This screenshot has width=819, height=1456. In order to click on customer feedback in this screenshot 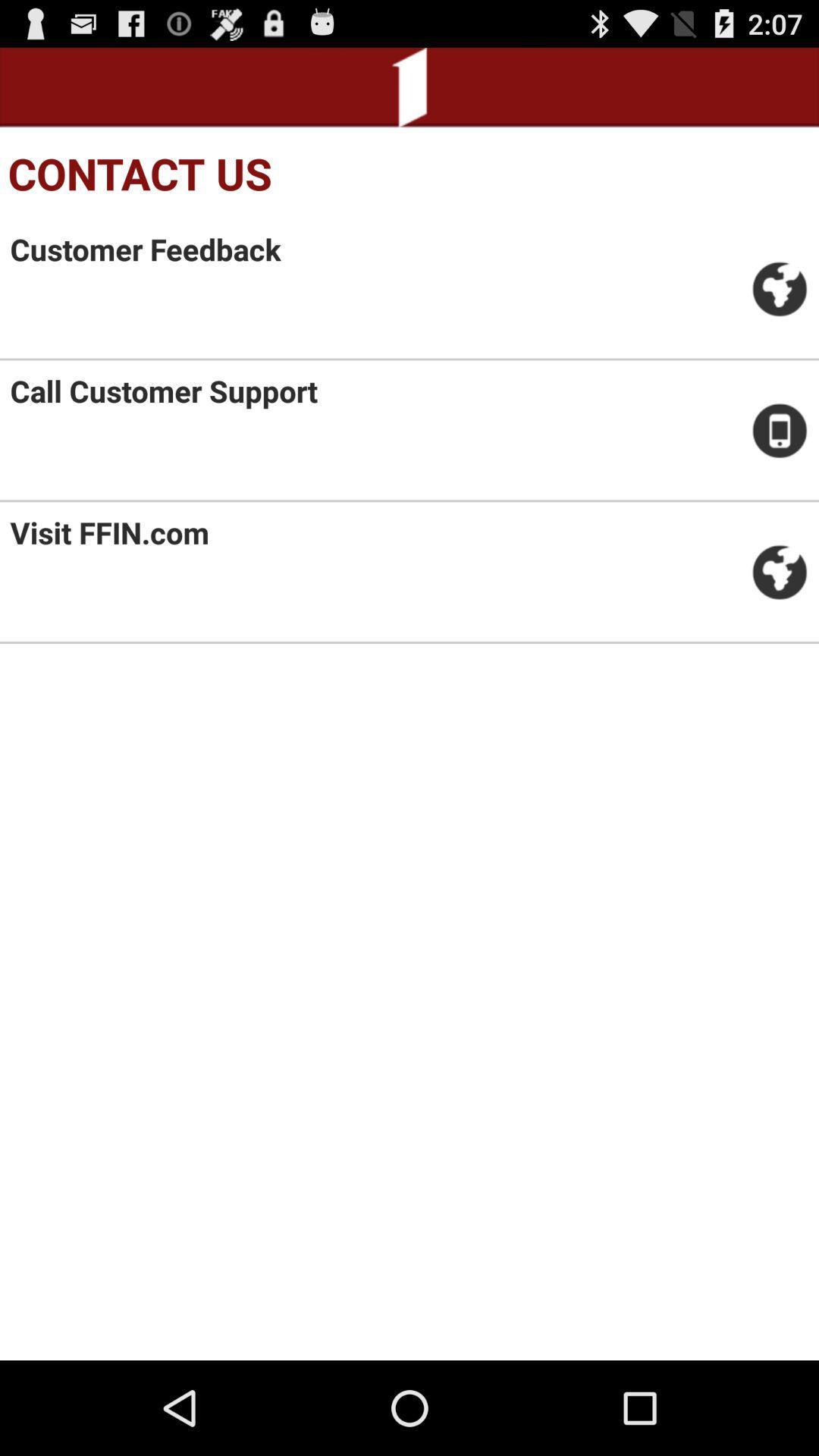, I will do `click(146, 249)`.